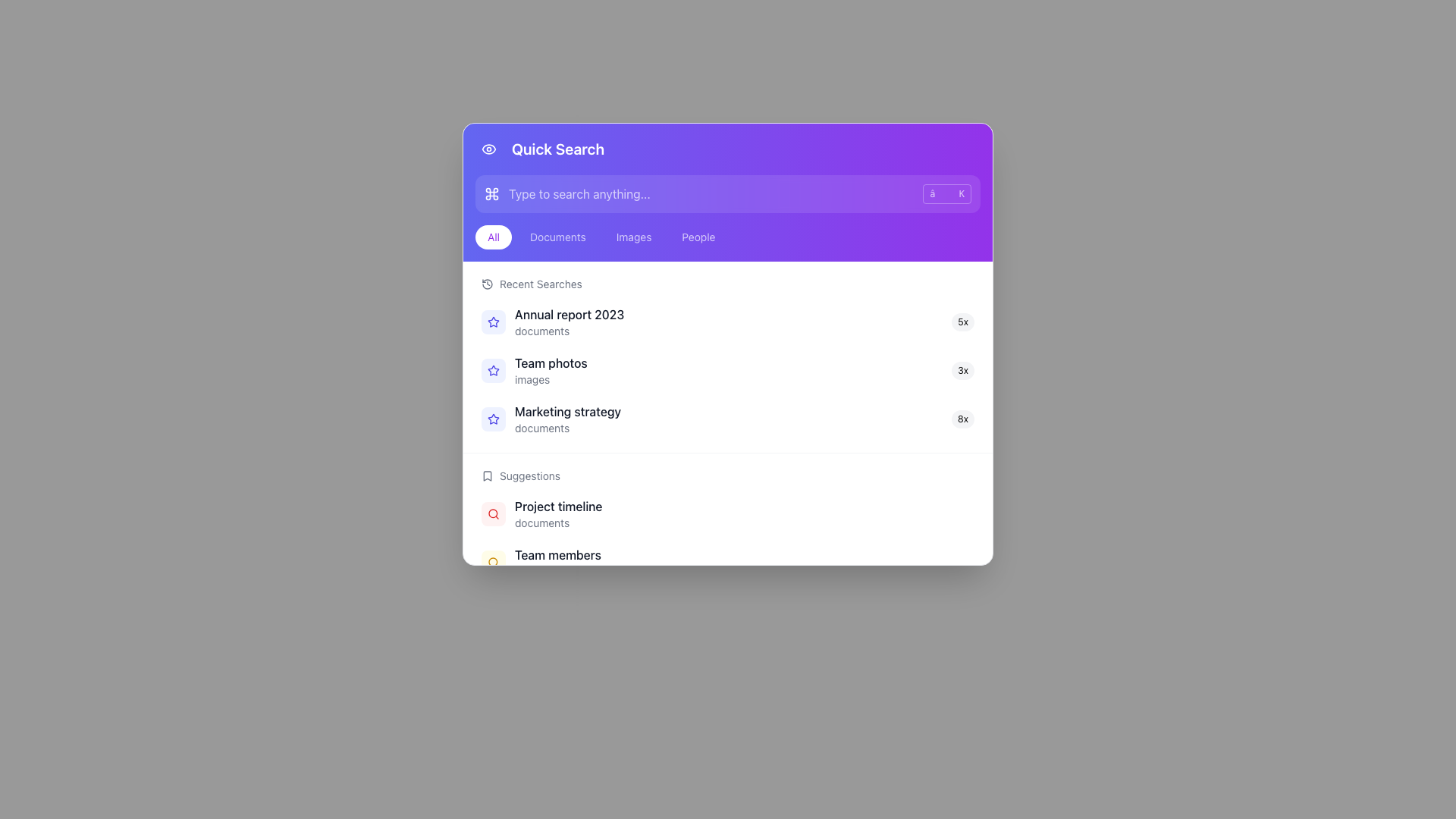 This screenshot has width=1456, height=819. Describe the element at coordinates (494, 419) in the screenshot. I see `the star icon with a hollow center and blue outline, located to the left of the 'Team photos' text in the 'Recent Searches' section` at that location.